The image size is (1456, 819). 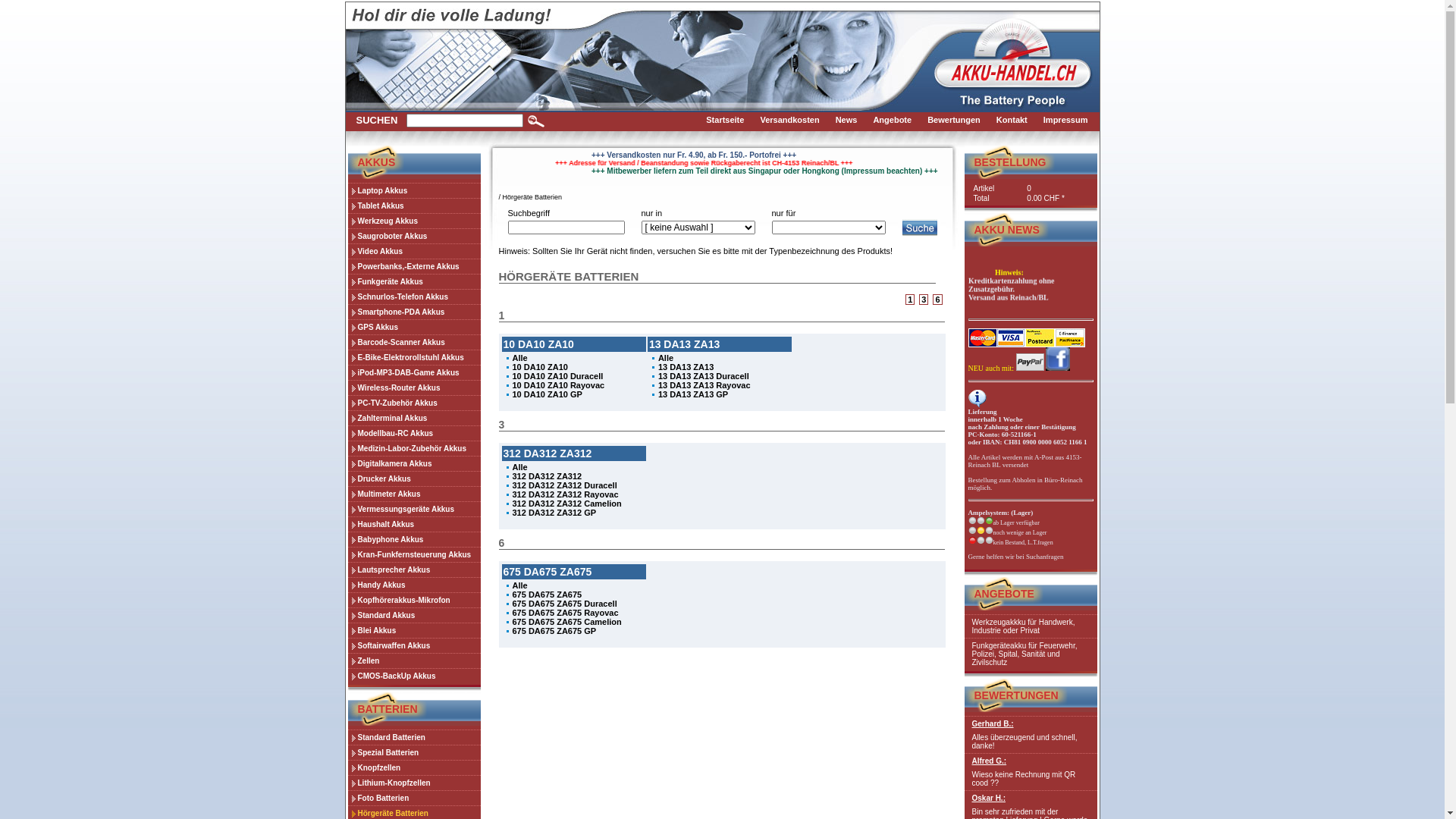 I want to click on 'Handy Akkus', so click(x=346, y=584).